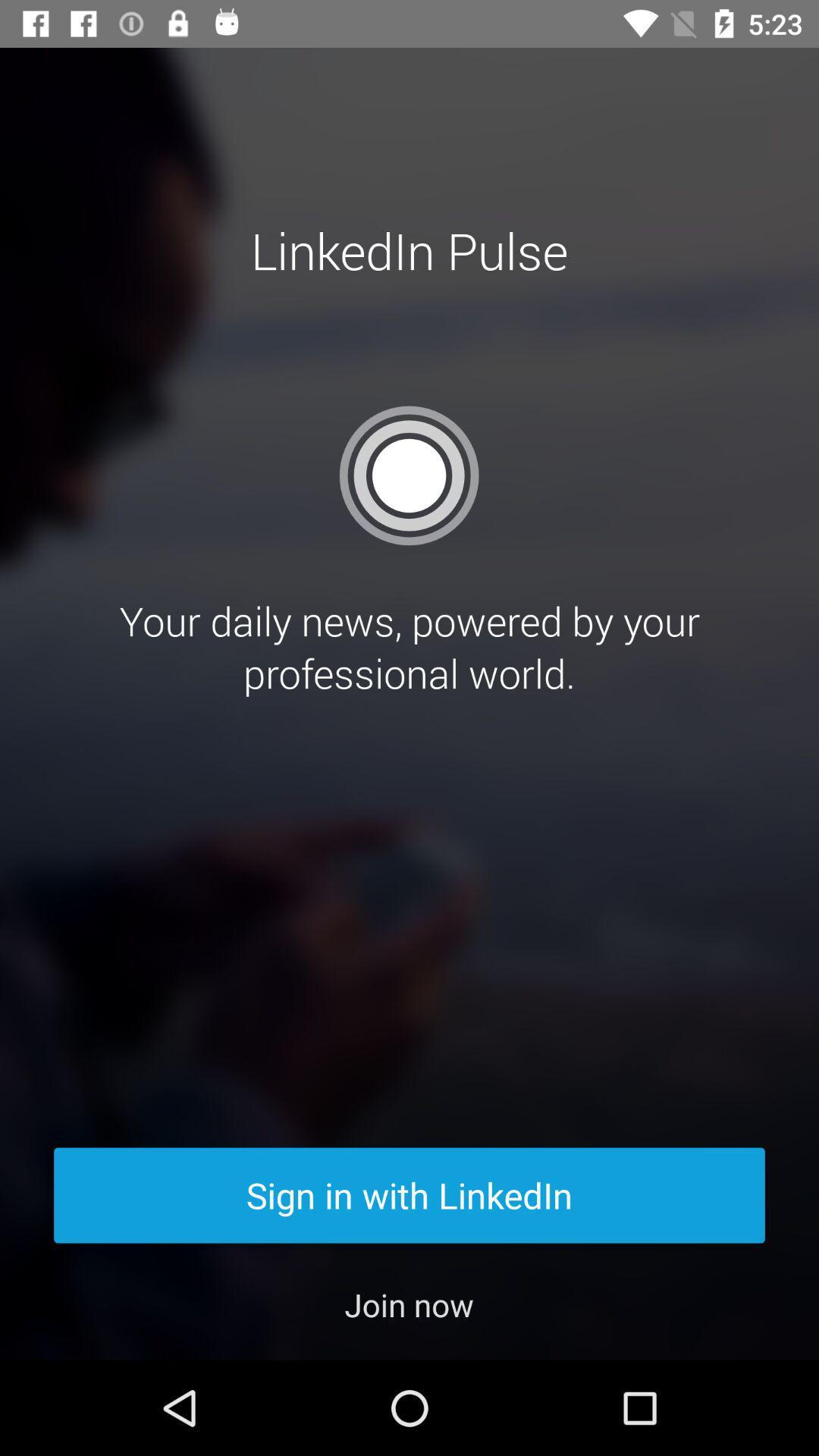 Image resolution: width=819 pixels, height=1456 pixels. I want to click on the join now icon, so click(408, 1304).